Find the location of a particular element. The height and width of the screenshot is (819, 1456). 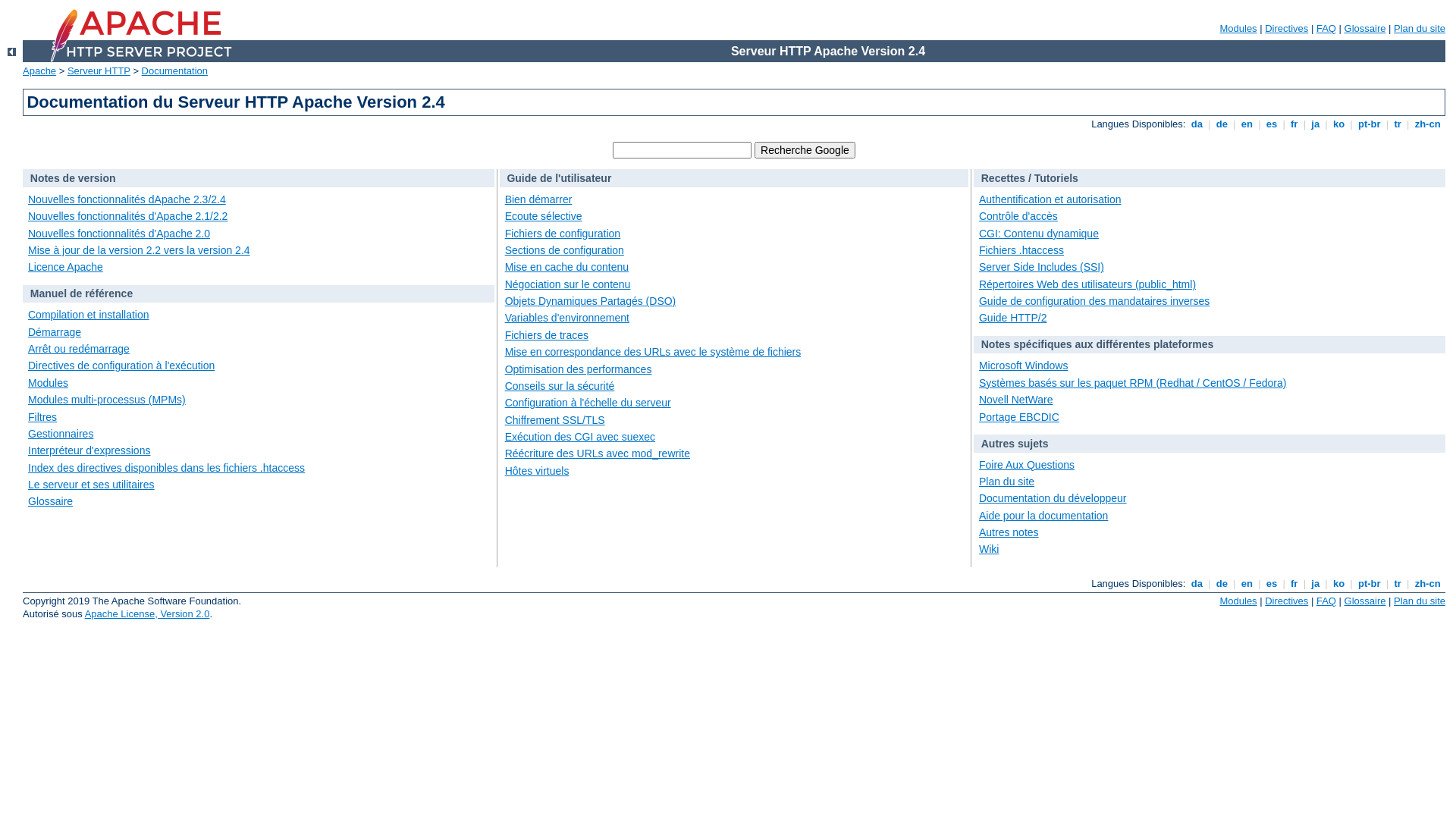

' zh-cn ' is located at coordinates (1426, 123).